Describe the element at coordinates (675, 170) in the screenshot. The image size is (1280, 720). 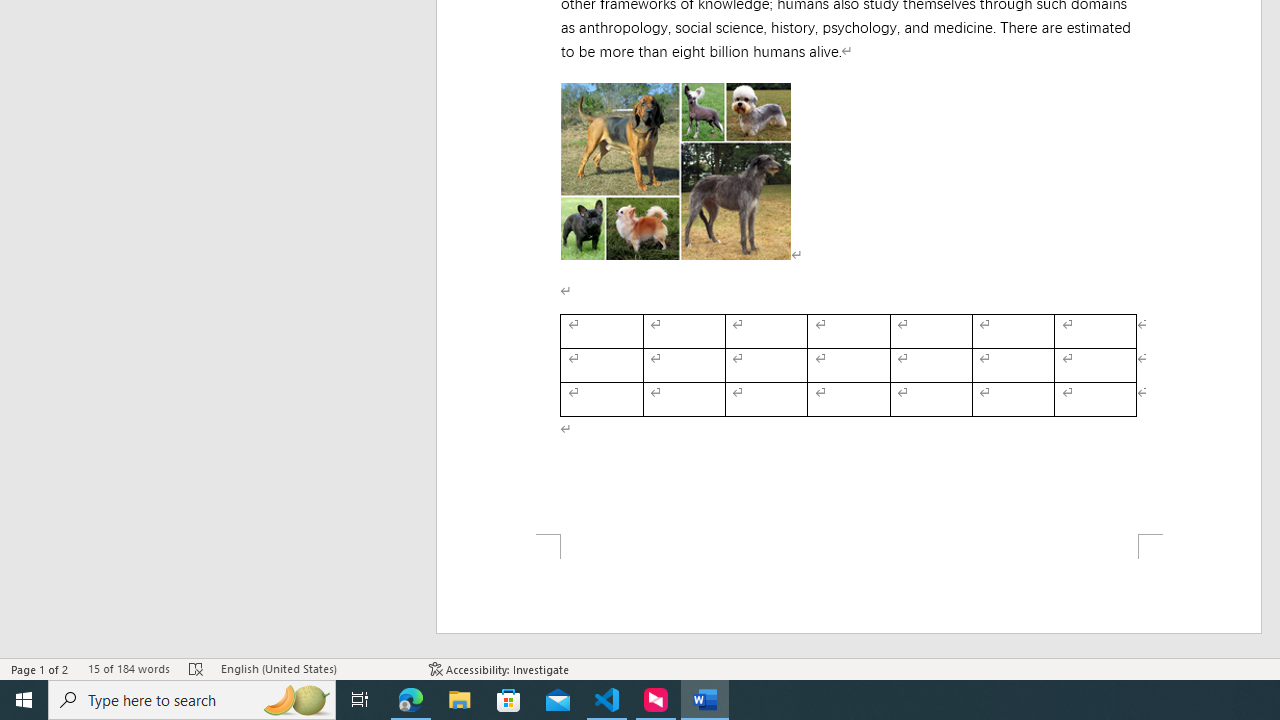
I see `'Morphological variation in six dogs'` at that location.